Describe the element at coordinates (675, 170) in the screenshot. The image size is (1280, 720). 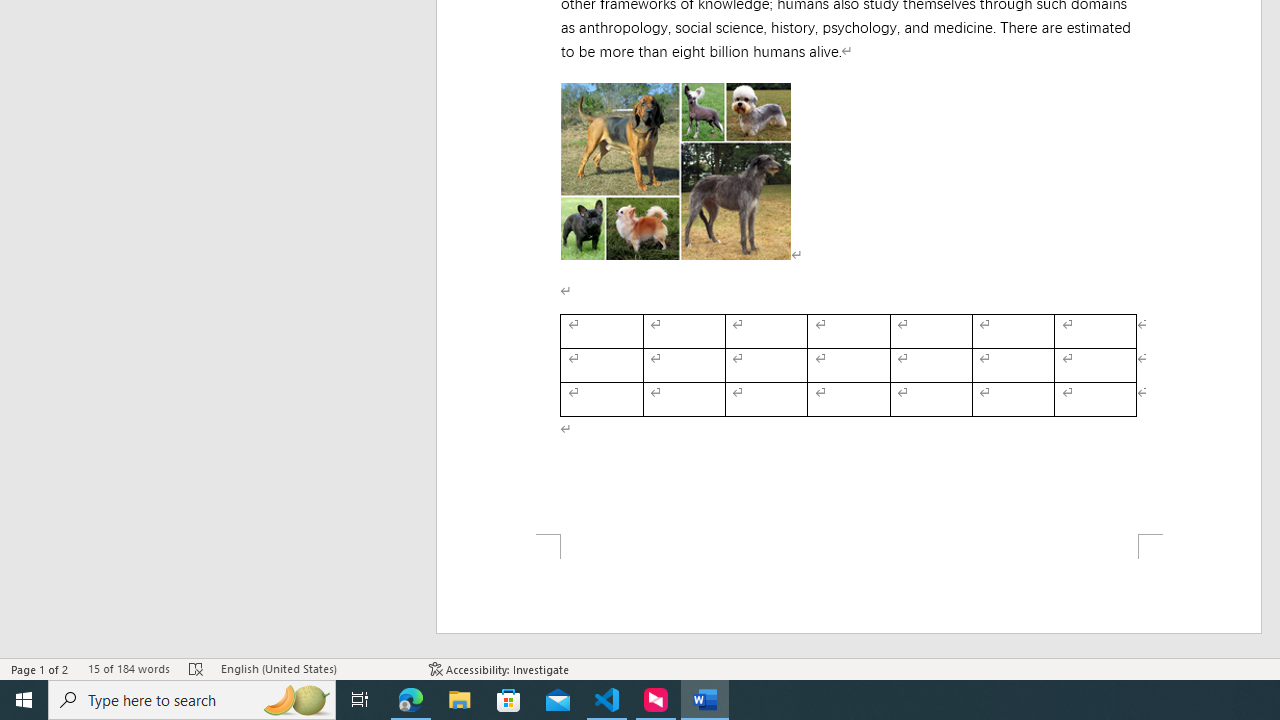
I see `'Morphological variation in six dogs'` at that location.